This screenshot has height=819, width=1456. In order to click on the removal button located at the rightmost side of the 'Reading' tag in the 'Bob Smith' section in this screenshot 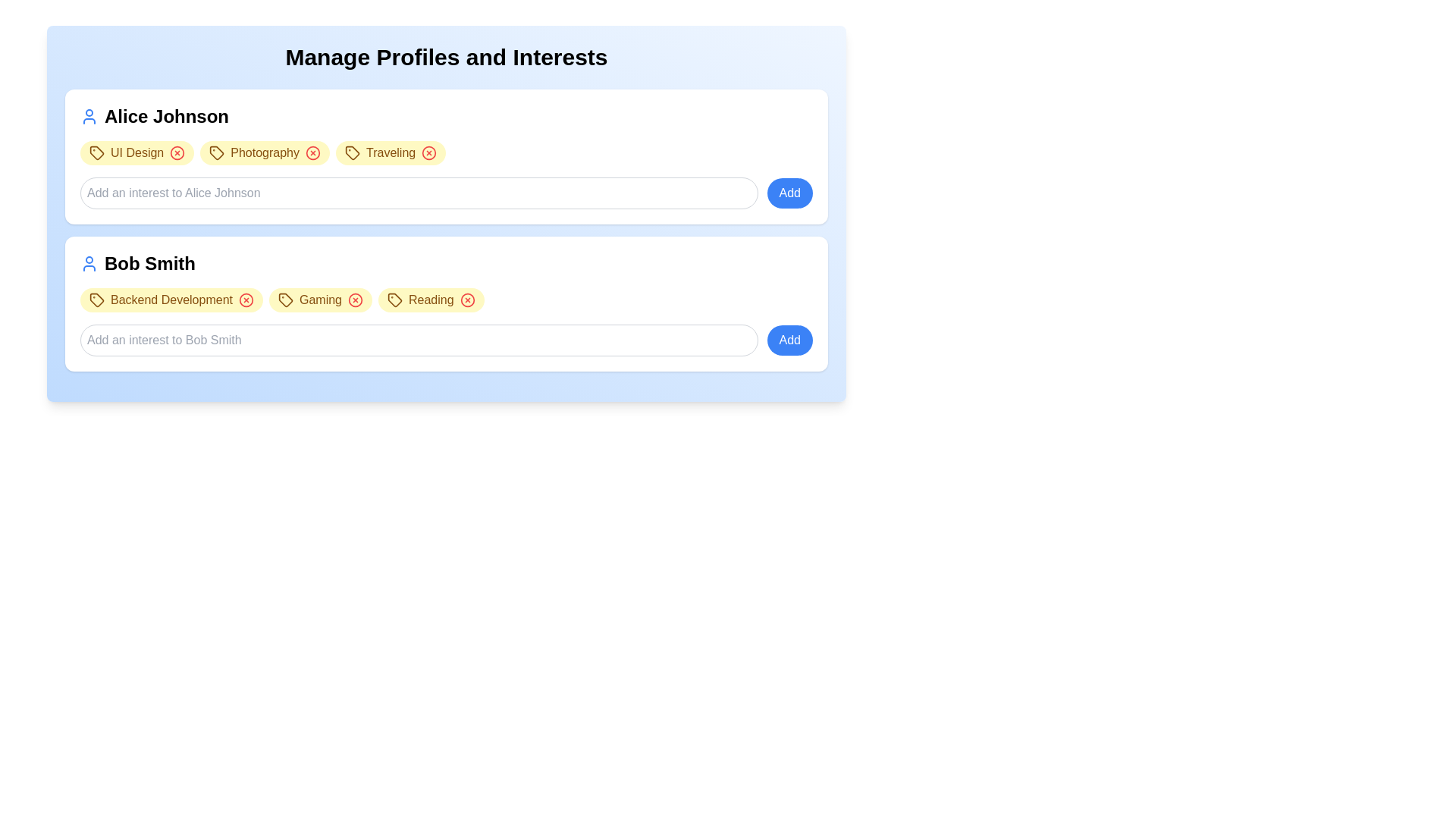, I will do `click(466, 300)`.